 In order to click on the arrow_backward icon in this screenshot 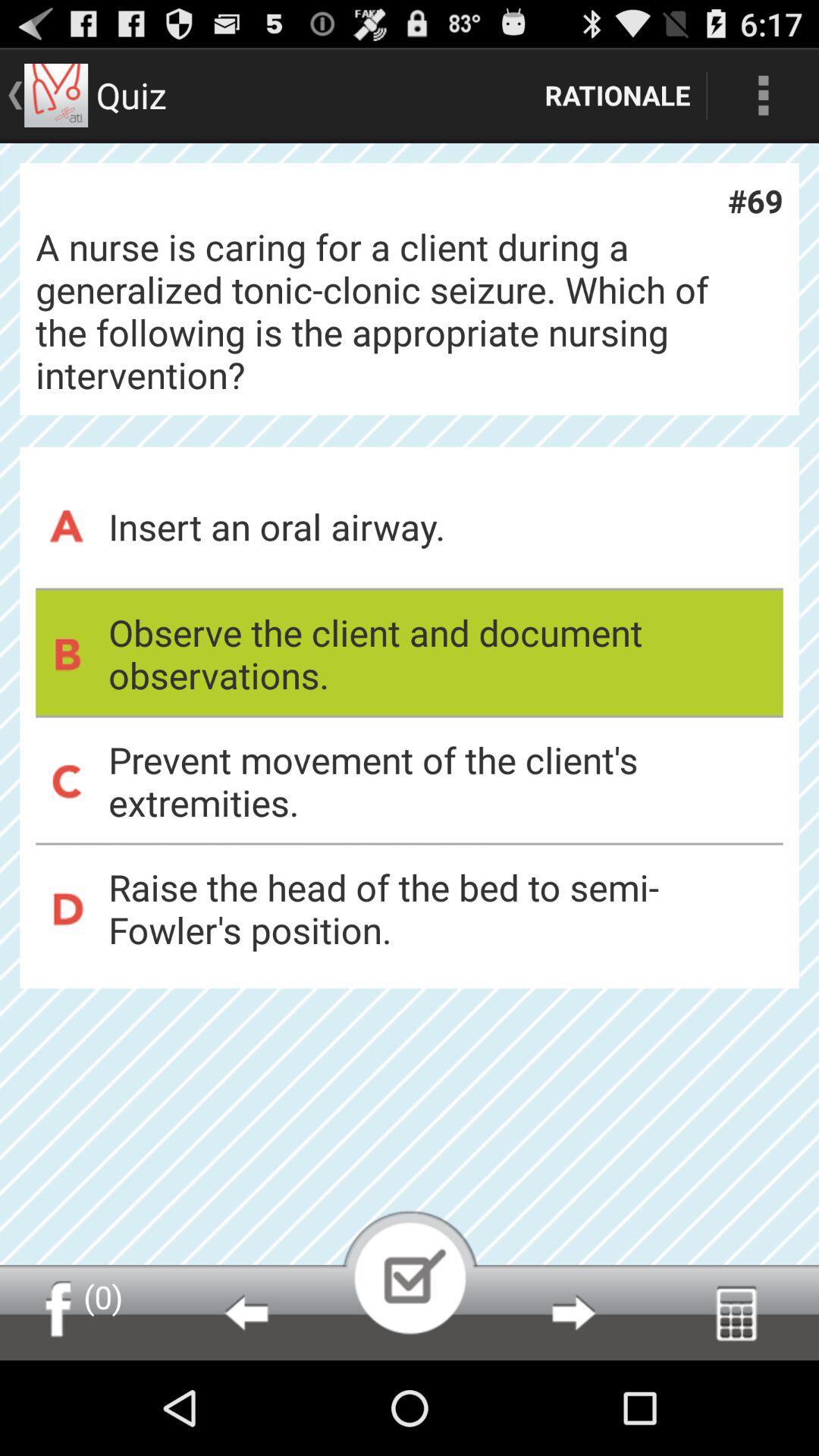, I will do `click(245, 1404)`.